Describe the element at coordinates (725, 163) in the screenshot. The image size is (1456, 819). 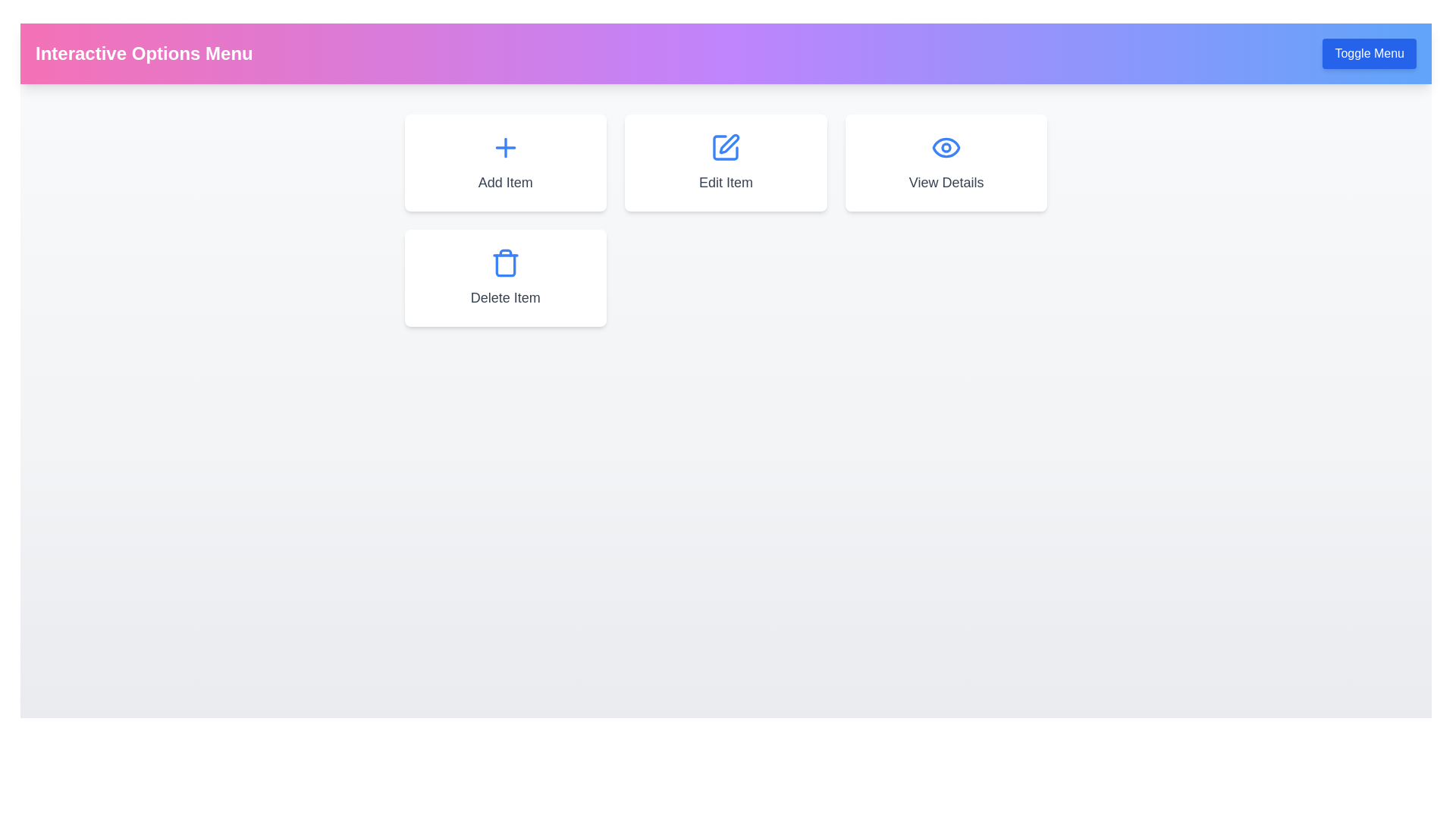
I see `the 'Edit Item' button` at that location.